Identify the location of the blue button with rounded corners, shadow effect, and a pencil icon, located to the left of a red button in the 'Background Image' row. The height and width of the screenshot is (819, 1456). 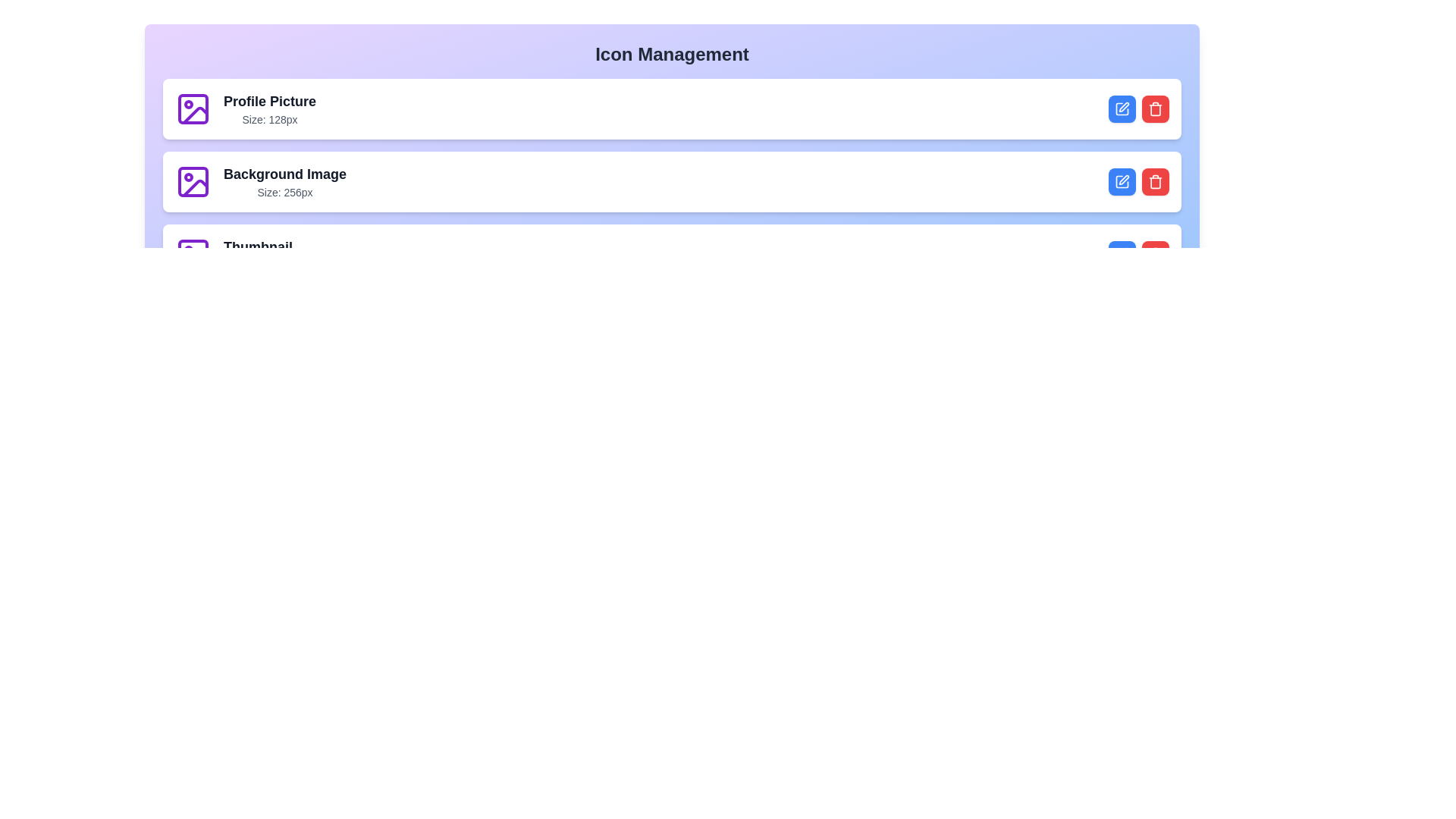
(1122, 253).